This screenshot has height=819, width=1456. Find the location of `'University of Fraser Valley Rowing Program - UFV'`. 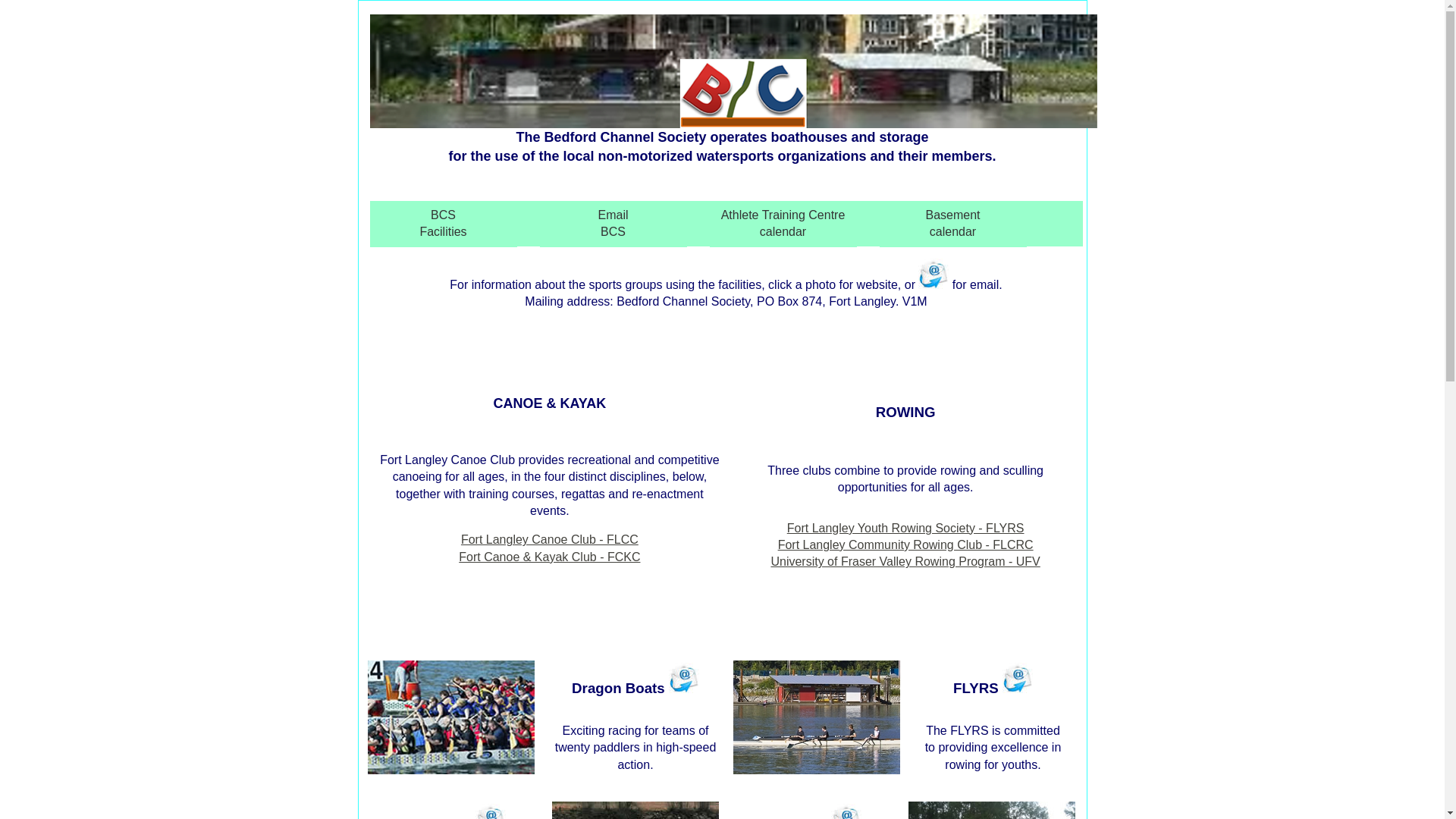

'University of Fraser Valley Rowing Program - UFV' is located at coordinates (905, 561).